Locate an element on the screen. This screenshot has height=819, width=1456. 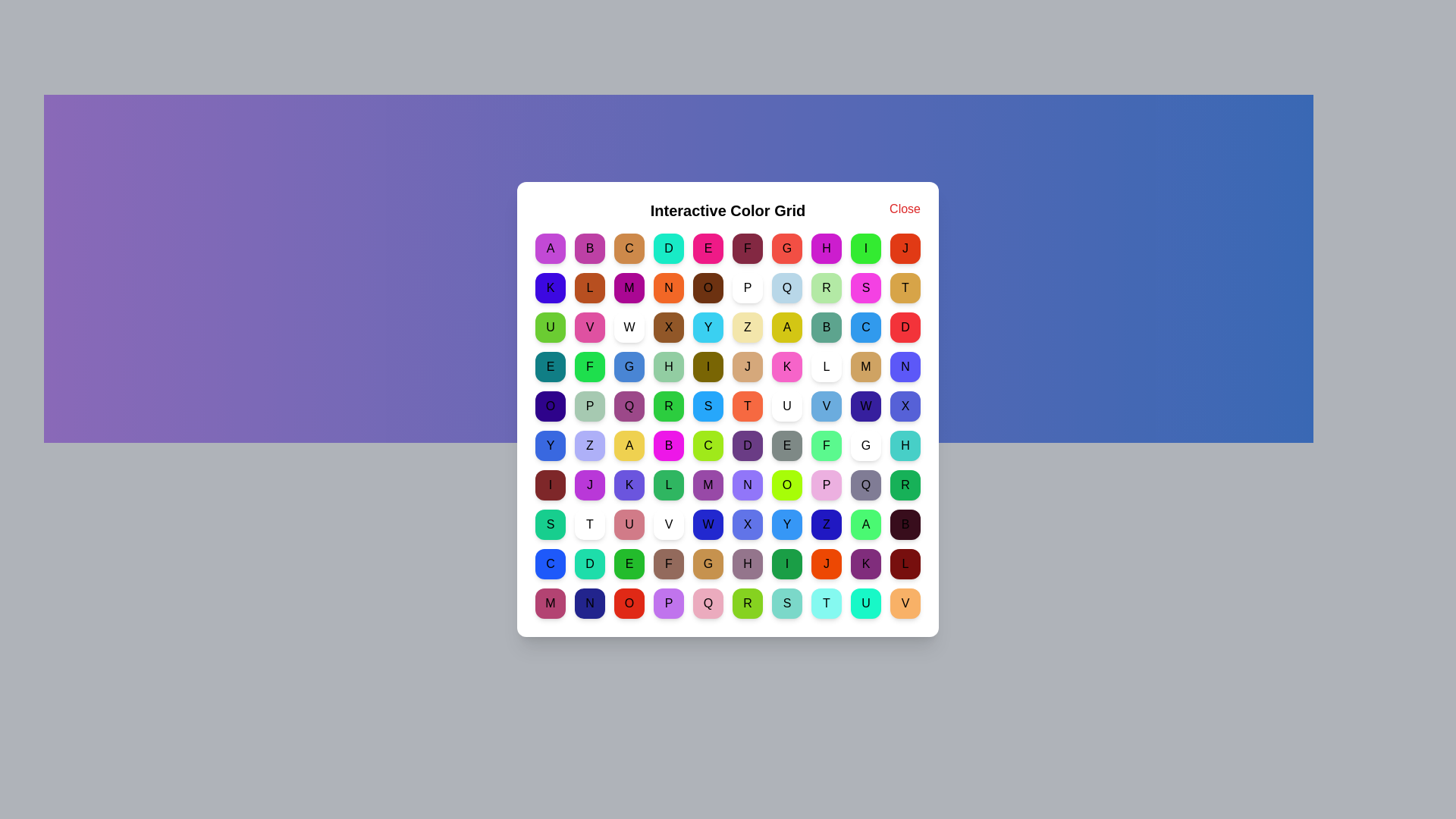
the grid cell labeled P to view its color message is located at coordinates (747, 288).